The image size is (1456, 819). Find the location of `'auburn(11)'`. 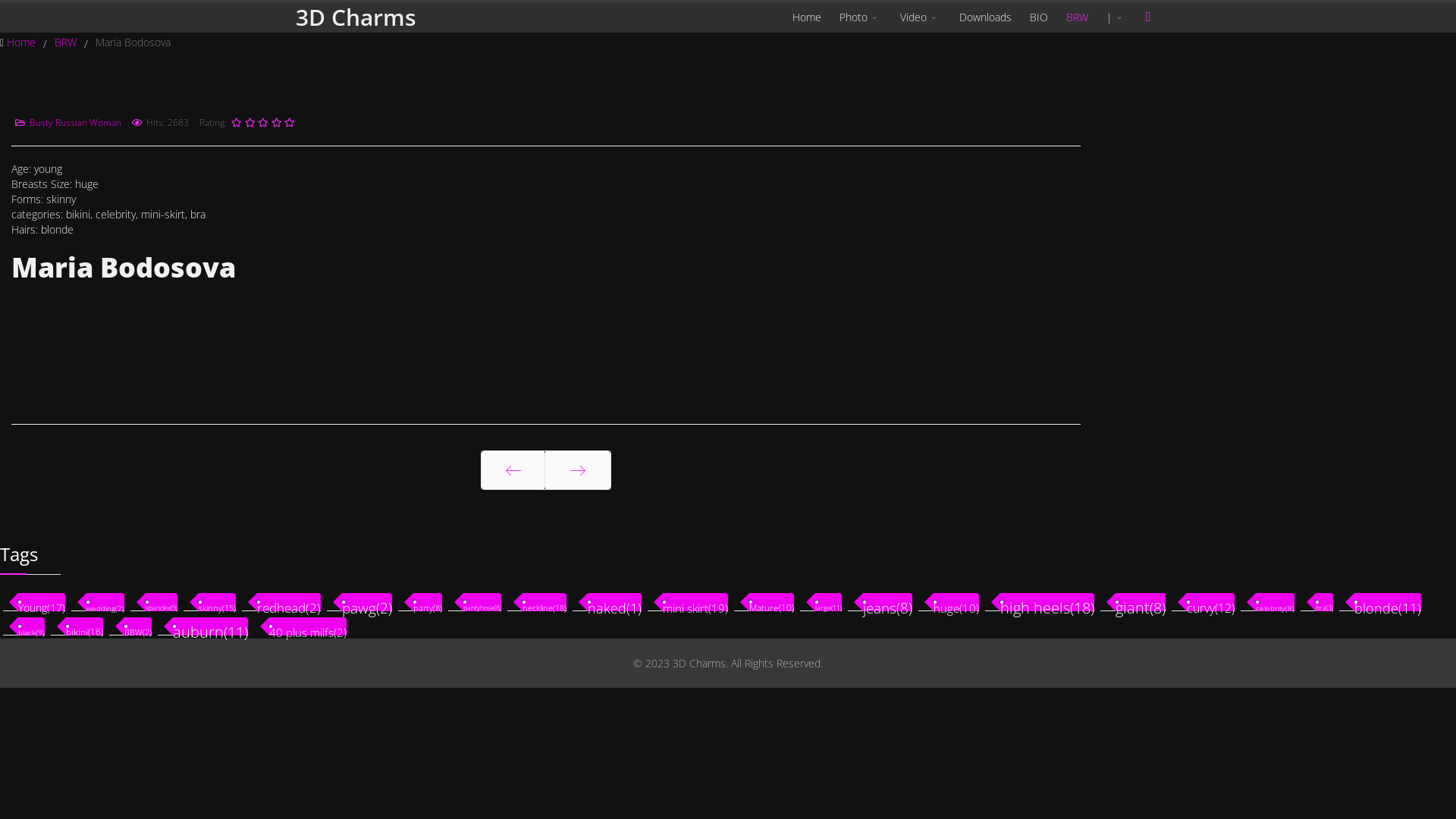

'auburn(11)' is located at coordinates (209, 626).